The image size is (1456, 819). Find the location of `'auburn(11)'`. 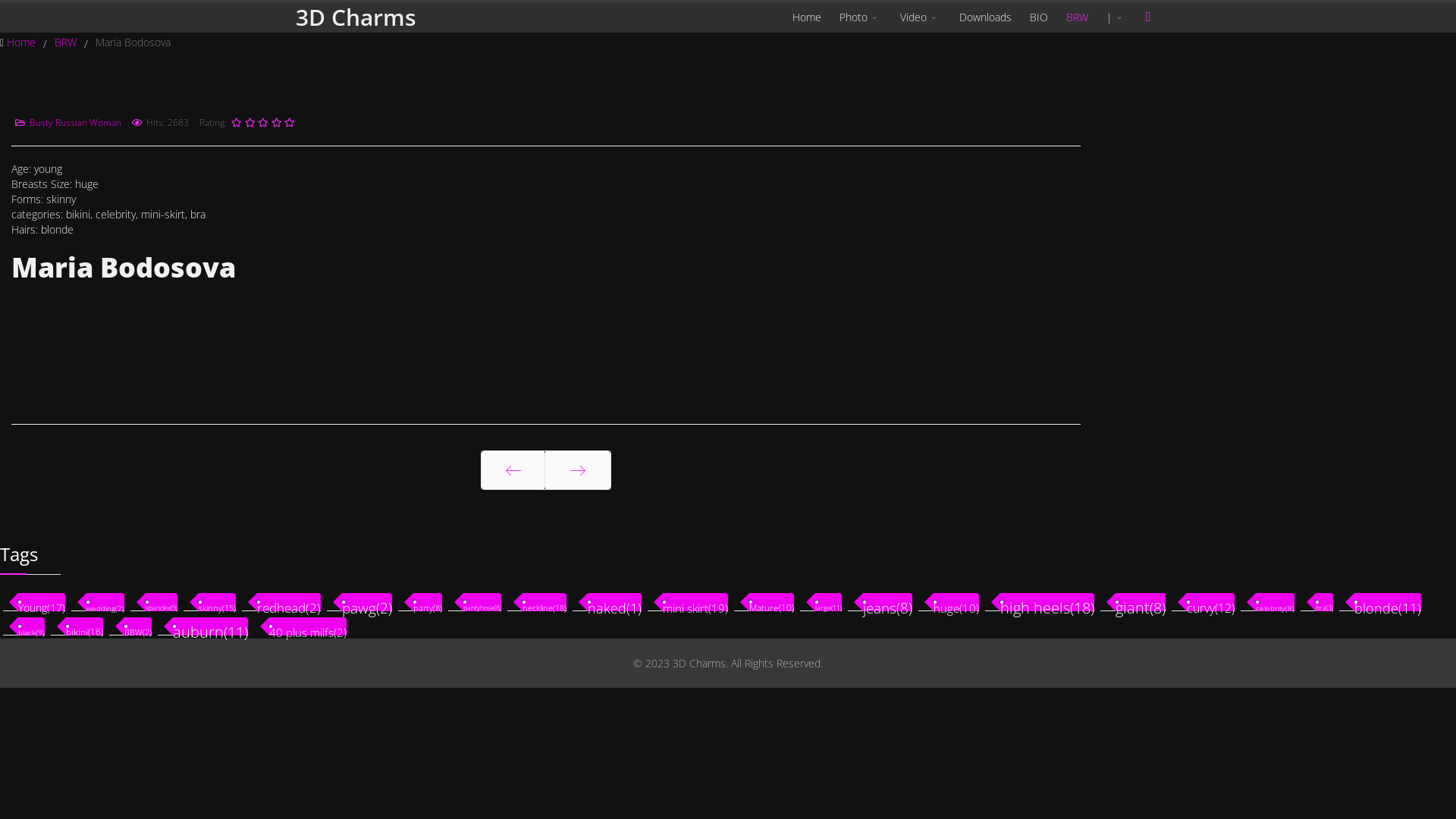

'auburn(11)' is located at coordinates (209, 626).